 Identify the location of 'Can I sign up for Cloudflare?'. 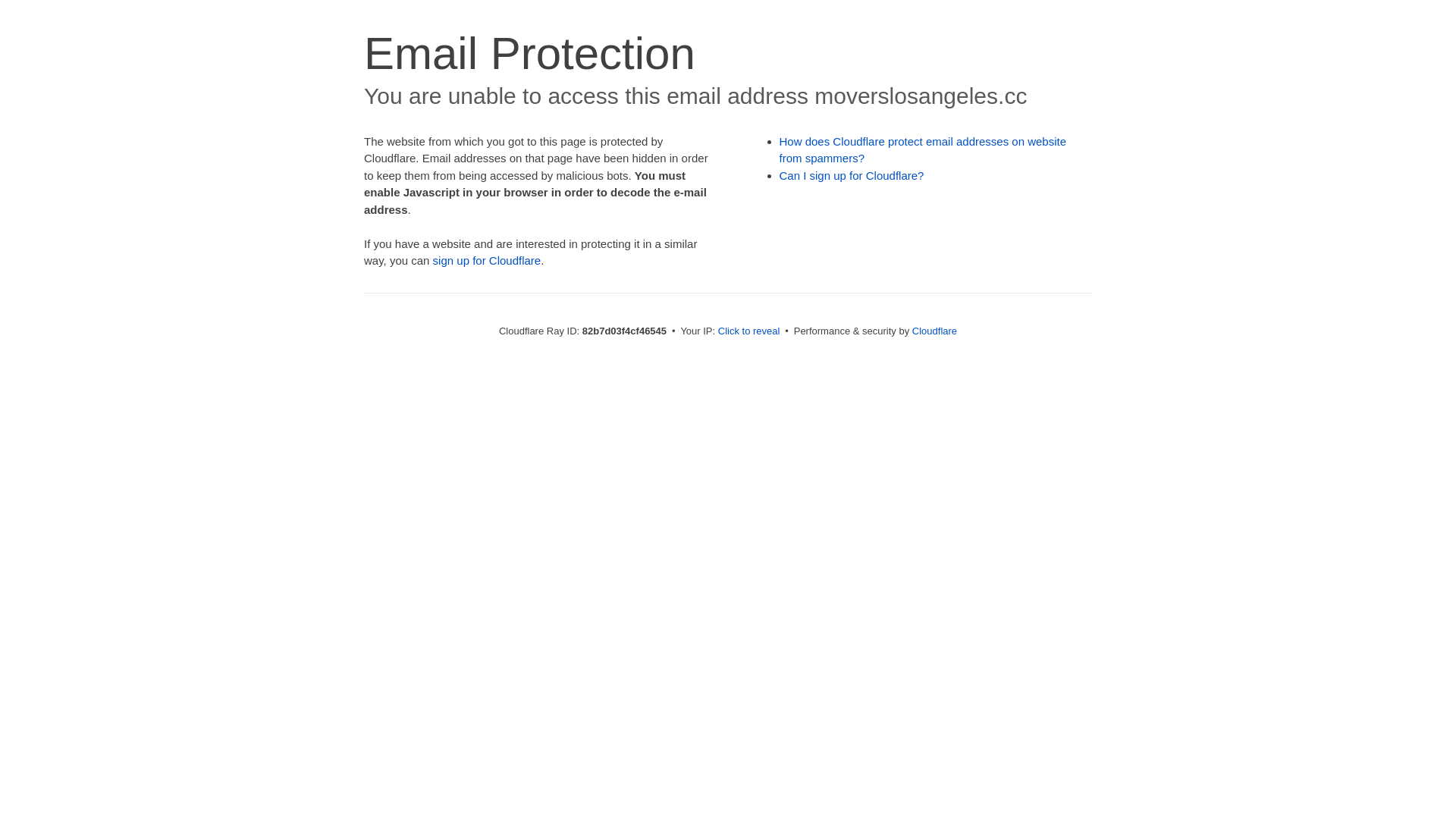
(852, 174).